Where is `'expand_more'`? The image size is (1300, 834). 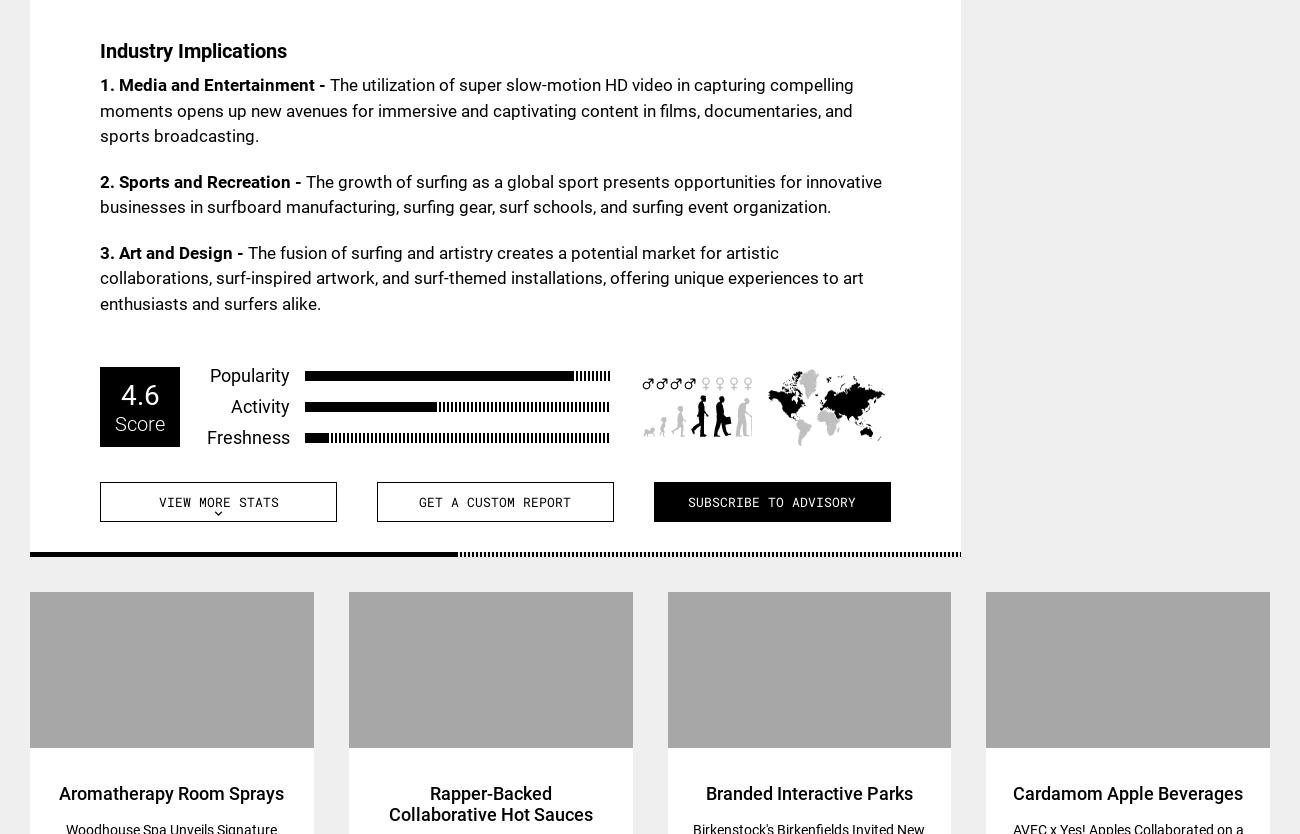 'expand_more' is located at coordinates (217, 512).